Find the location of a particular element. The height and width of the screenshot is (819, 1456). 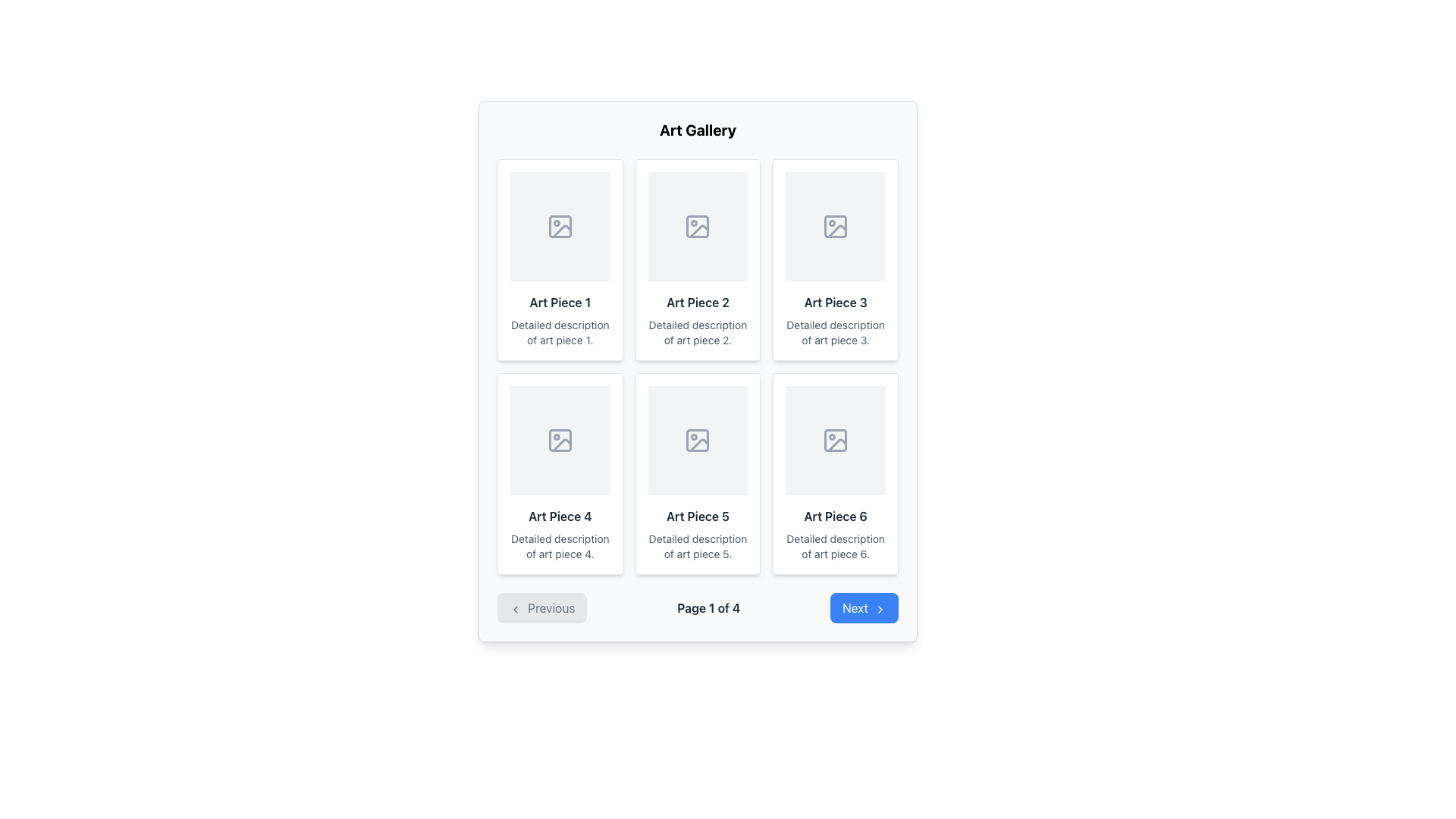

the Image Placeholder element located is located at coordinates (697, 441).